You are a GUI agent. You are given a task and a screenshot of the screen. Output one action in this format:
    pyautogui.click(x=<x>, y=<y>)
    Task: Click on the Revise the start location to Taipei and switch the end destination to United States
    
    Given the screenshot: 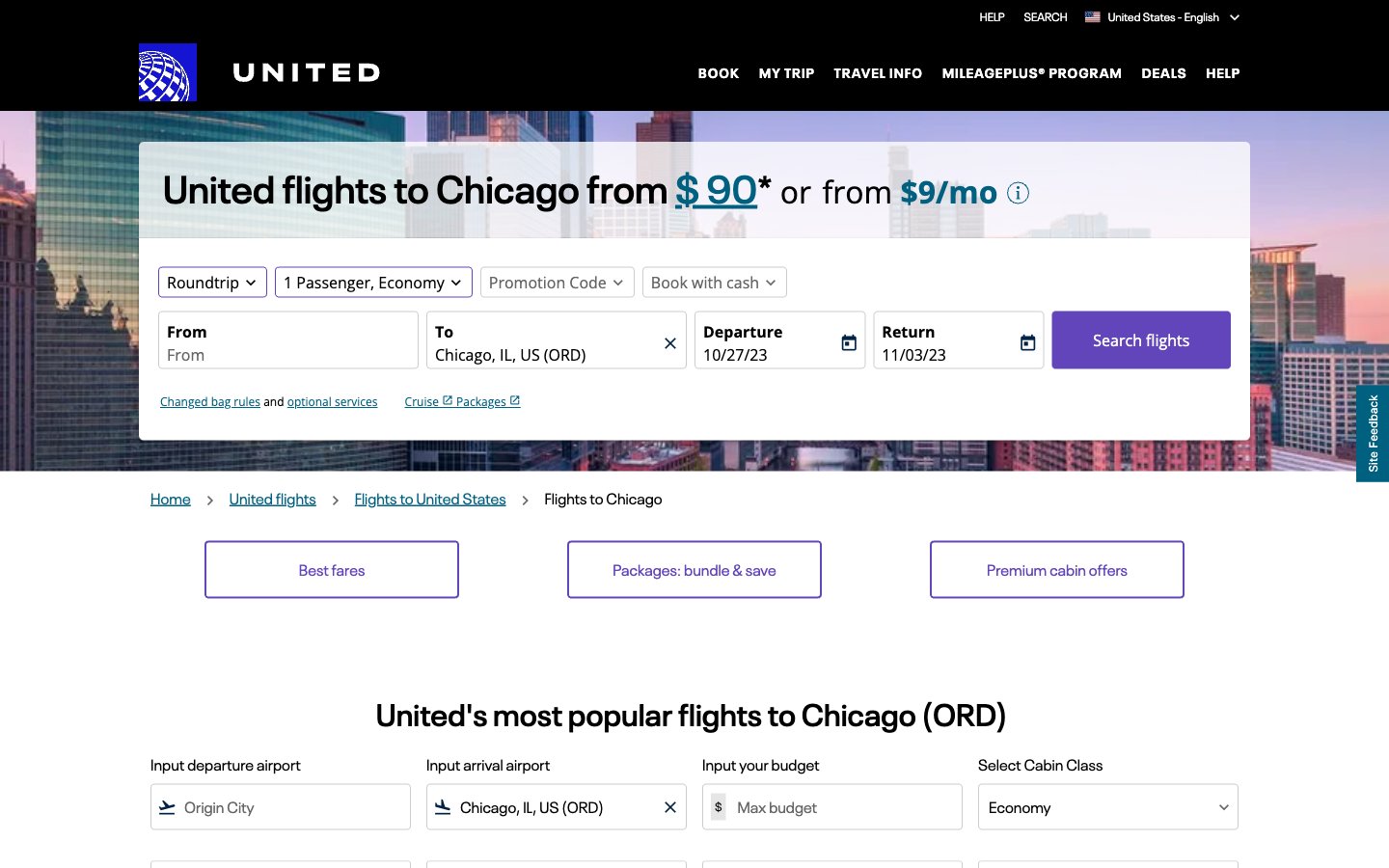 What is the action you would take?
    pyautogui.click(x=286, y=355)
    